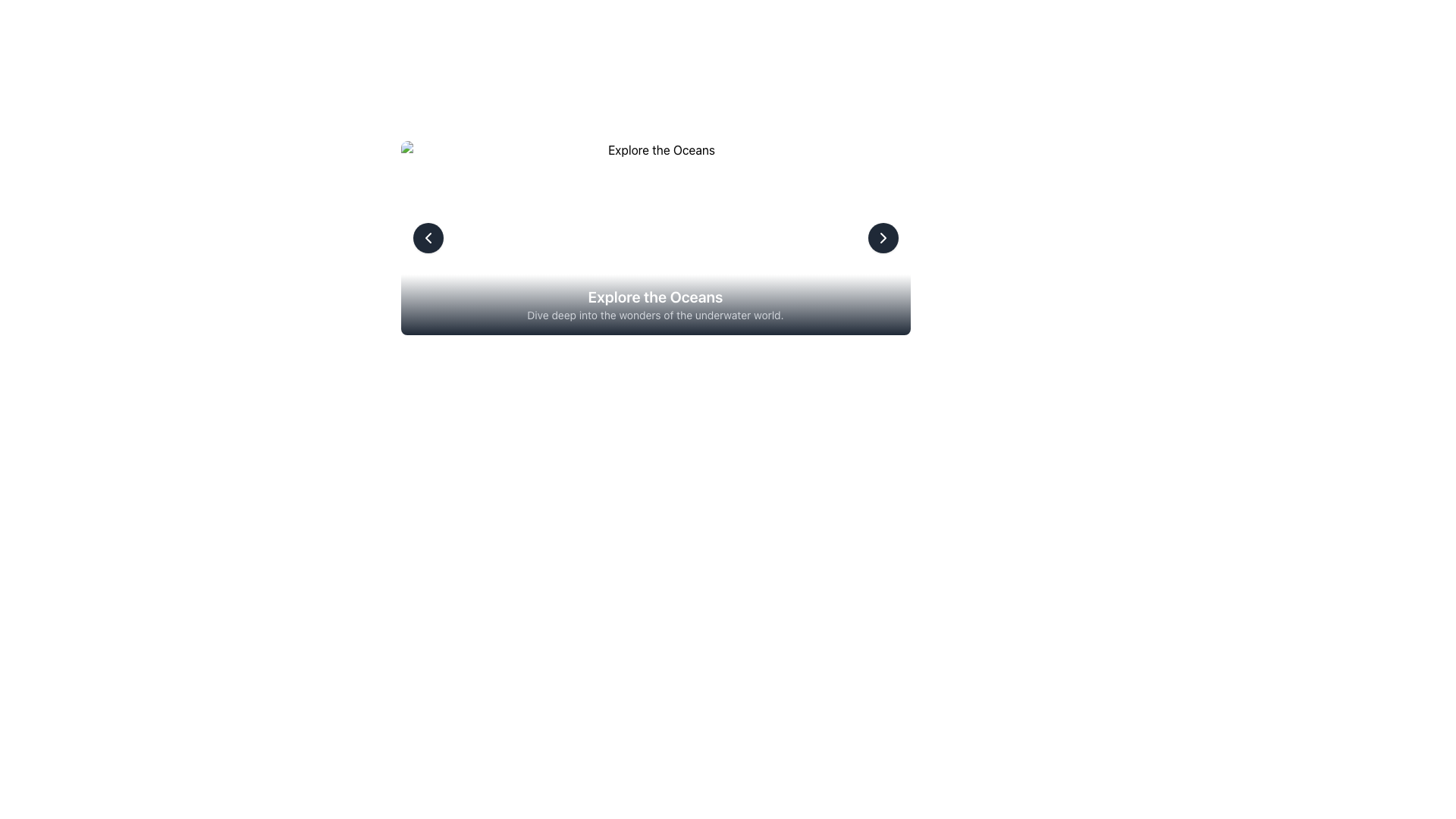  What do you see at coordinates (883, 237) in the screenshot?
I see `the vector graphic part of the arrow icon located within the circular button on the right-hand side of the gradient-styled banner` at bounding box center [883, 237].